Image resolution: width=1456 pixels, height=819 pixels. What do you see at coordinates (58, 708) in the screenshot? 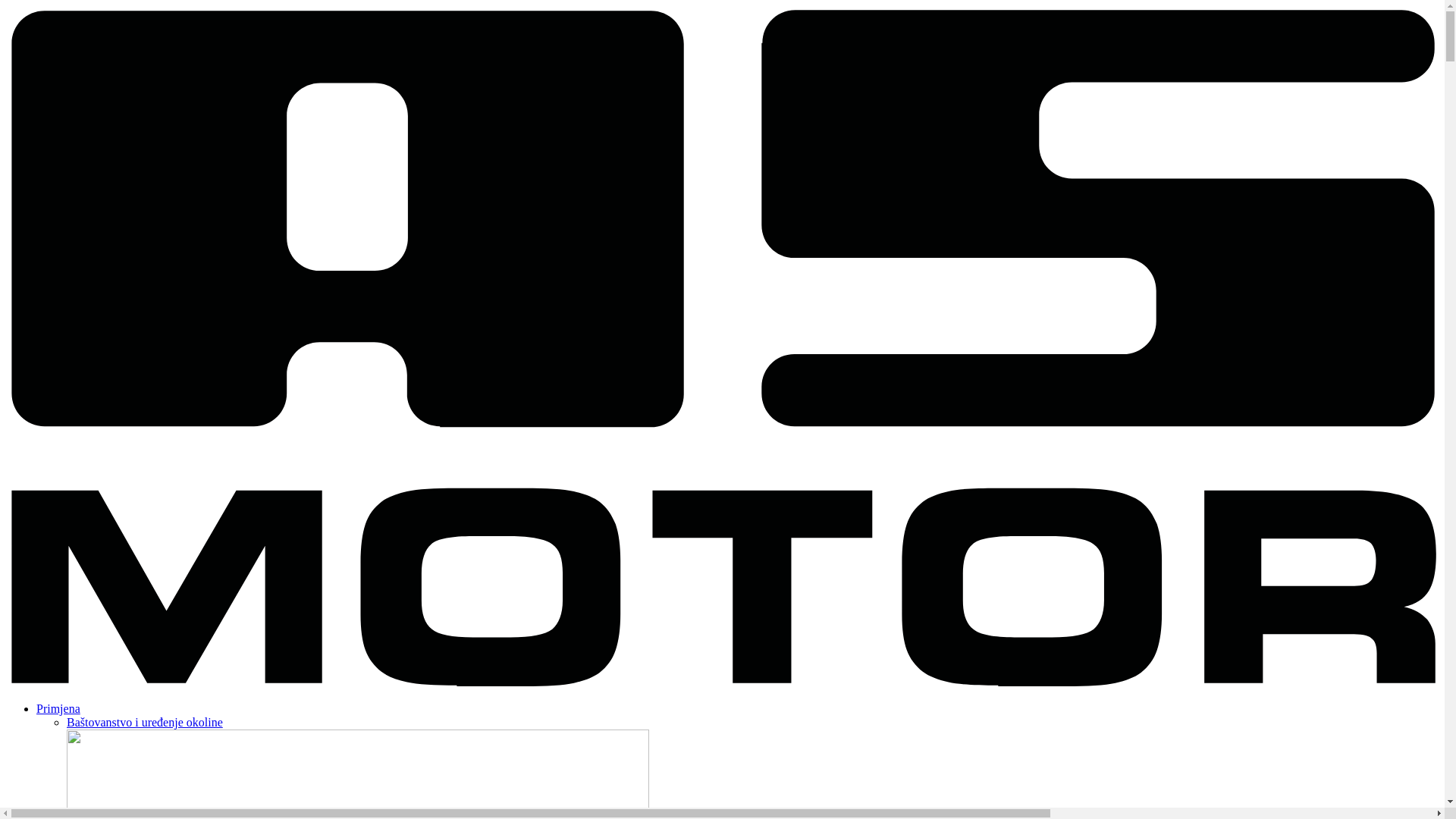
I see `'Primjena'` at bounding box center [58, 708].